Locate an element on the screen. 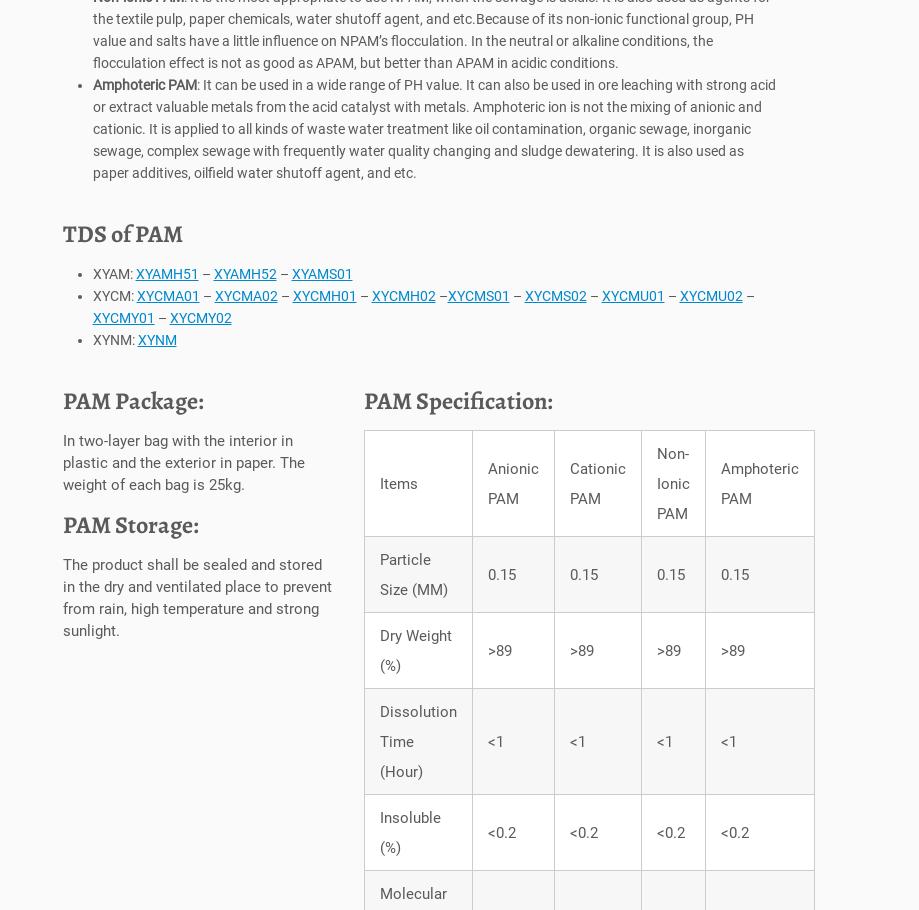 The width and height of the screenshot is (919, 910). 'Non-Ionic PAM' is located at coordinates (671, 488).